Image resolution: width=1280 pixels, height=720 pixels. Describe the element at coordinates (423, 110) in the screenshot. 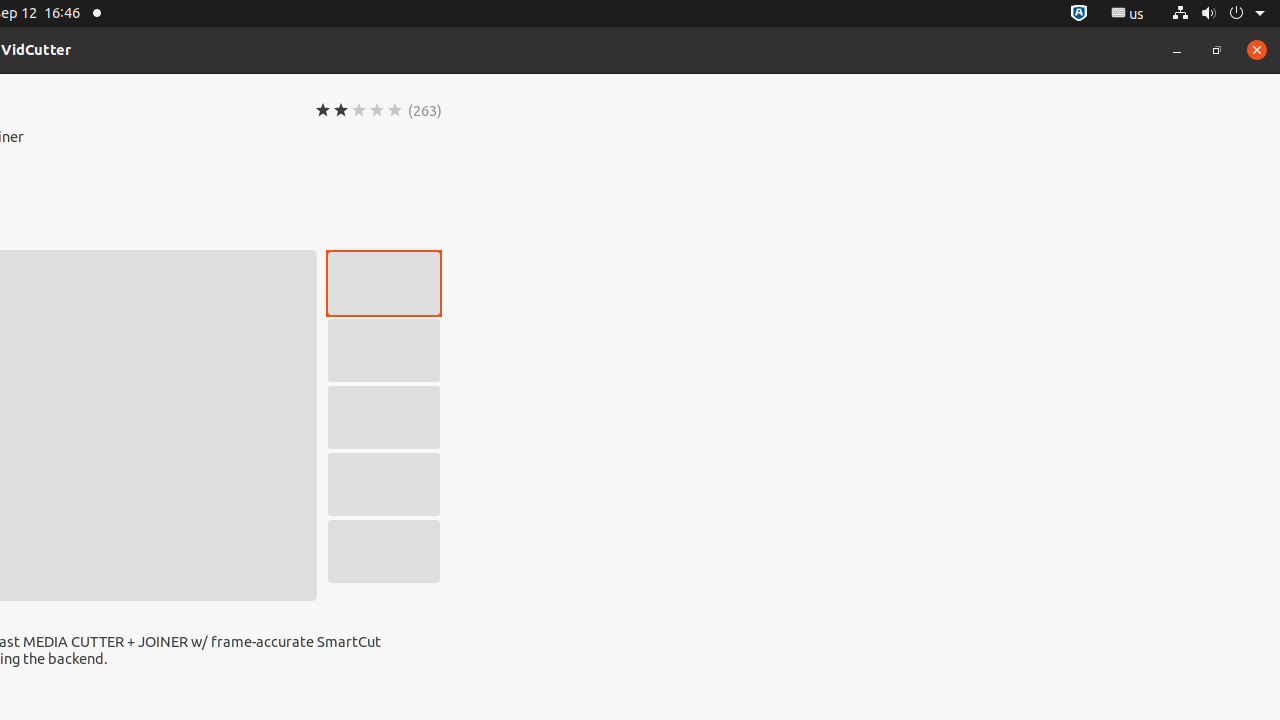

I see `'(263)'` at that location.